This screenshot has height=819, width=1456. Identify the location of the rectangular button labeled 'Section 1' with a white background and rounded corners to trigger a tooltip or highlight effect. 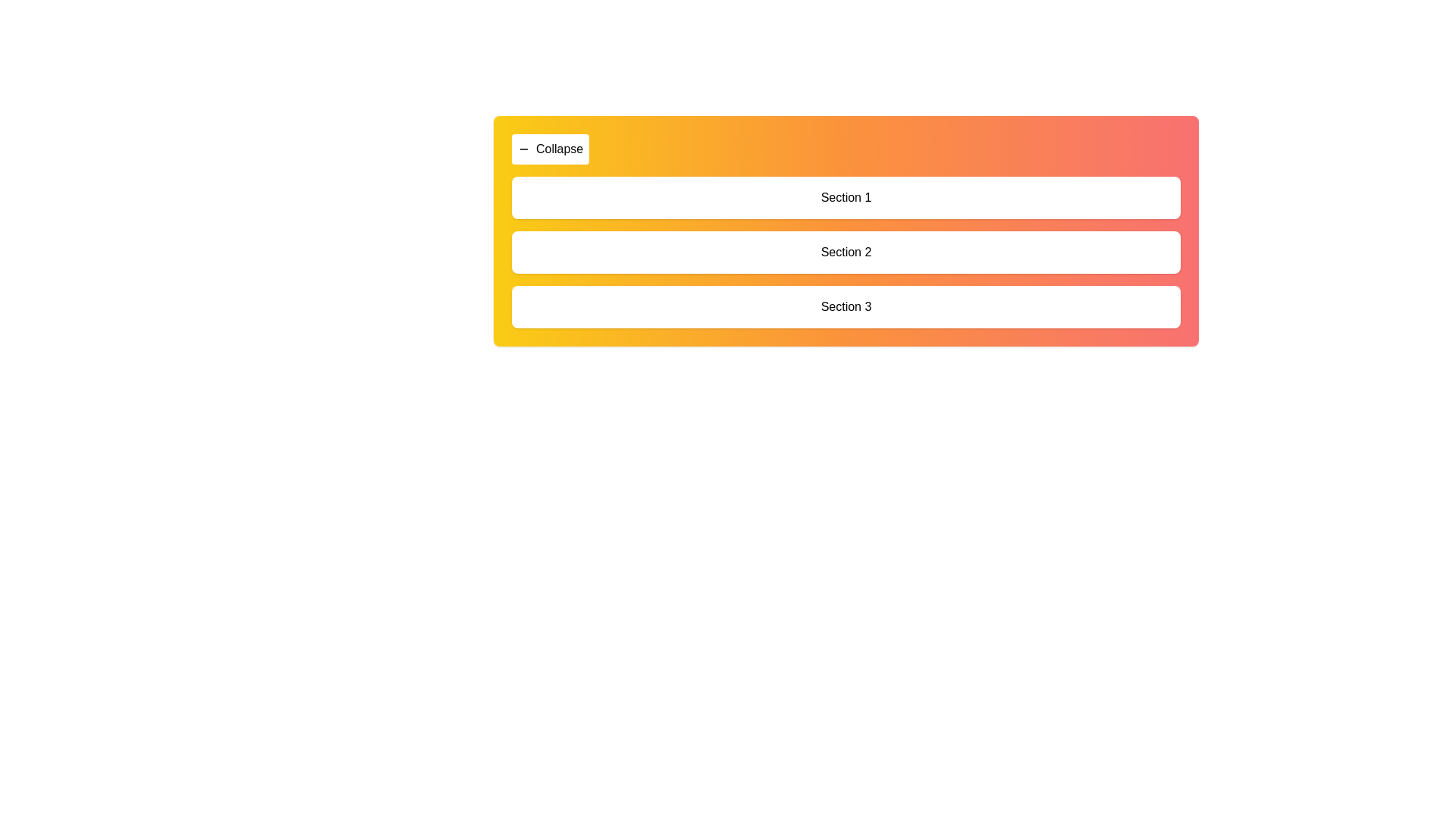
(846, 197).